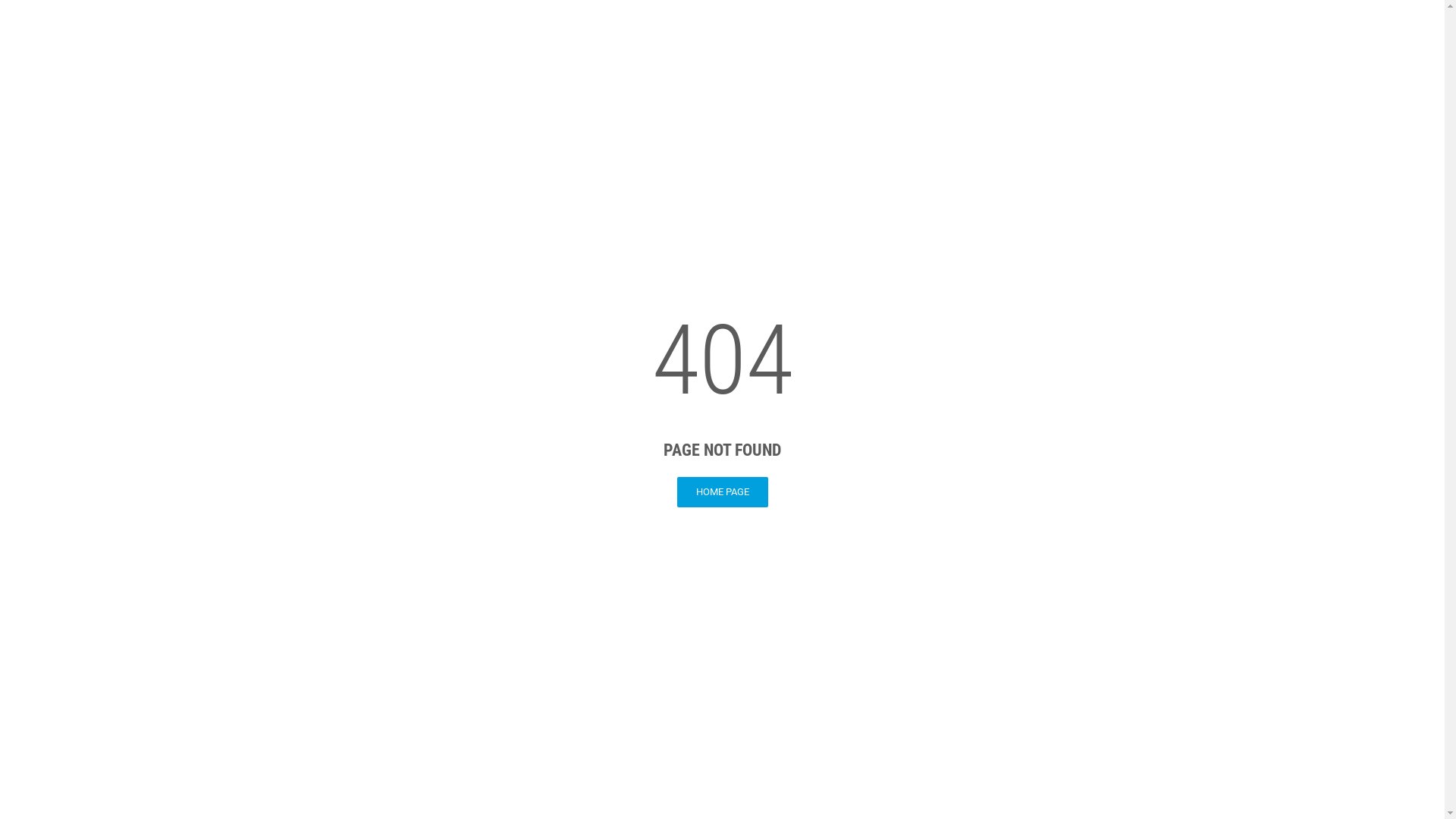  Describe the element at coordinates (720, 491) in the screenshot. I see `'HOME PAGE'` at that location.